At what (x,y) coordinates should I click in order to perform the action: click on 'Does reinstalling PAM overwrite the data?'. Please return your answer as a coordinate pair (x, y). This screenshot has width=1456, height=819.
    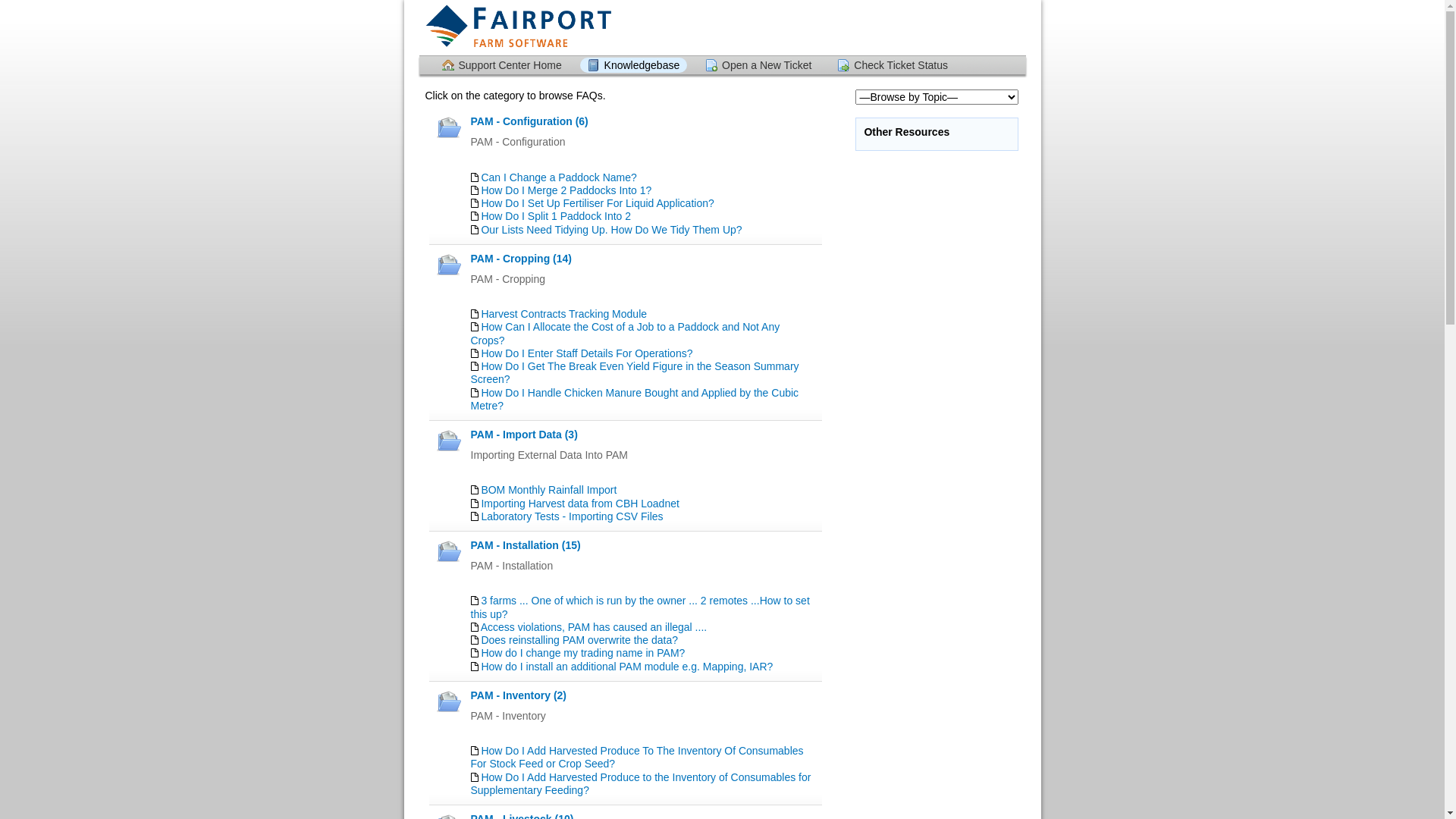
    Looking at the image, I should click on (479, 640).